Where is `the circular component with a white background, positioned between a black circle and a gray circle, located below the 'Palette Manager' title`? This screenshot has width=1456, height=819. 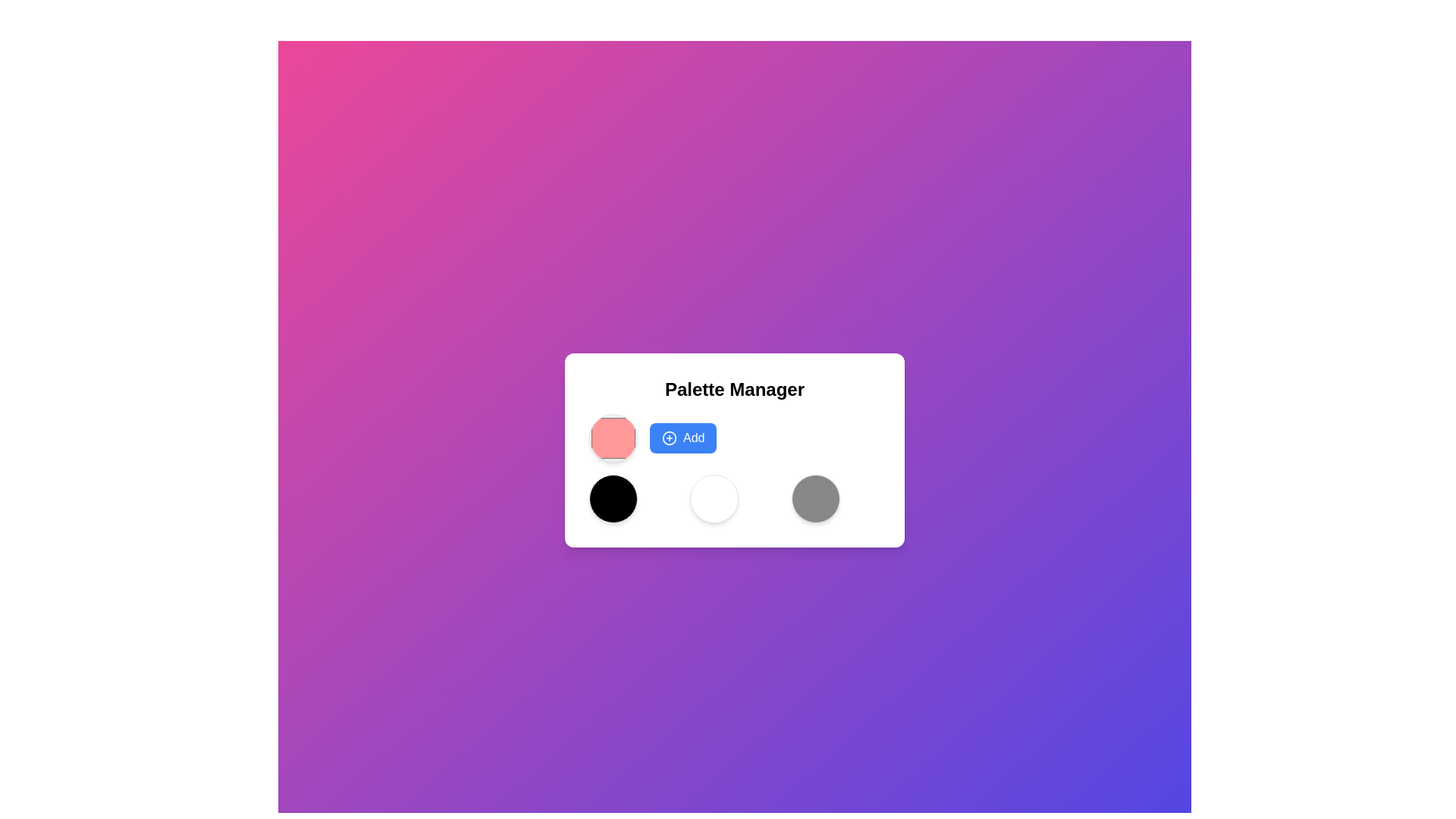 the circular component with a white background, positioned between a black circle and a gray circle, located below the 'Palette Manager' title is located at coordinates (713, 499).